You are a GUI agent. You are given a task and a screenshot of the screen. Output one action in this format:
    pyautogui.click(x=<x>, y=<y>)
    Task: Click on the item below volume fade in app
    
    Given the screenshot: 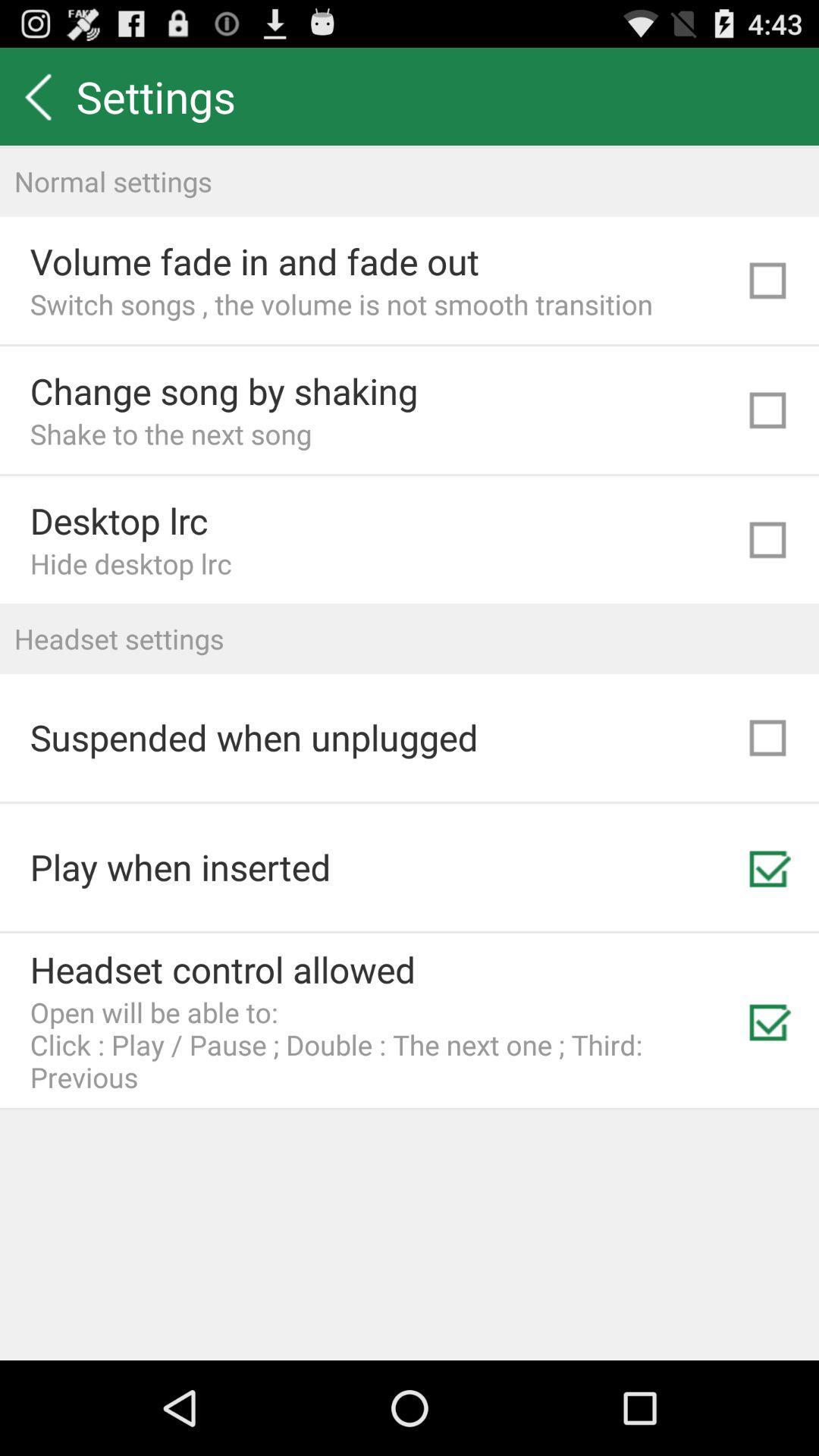 What is the action you would take?
    pyautogui.click(x=341, y=303)
    